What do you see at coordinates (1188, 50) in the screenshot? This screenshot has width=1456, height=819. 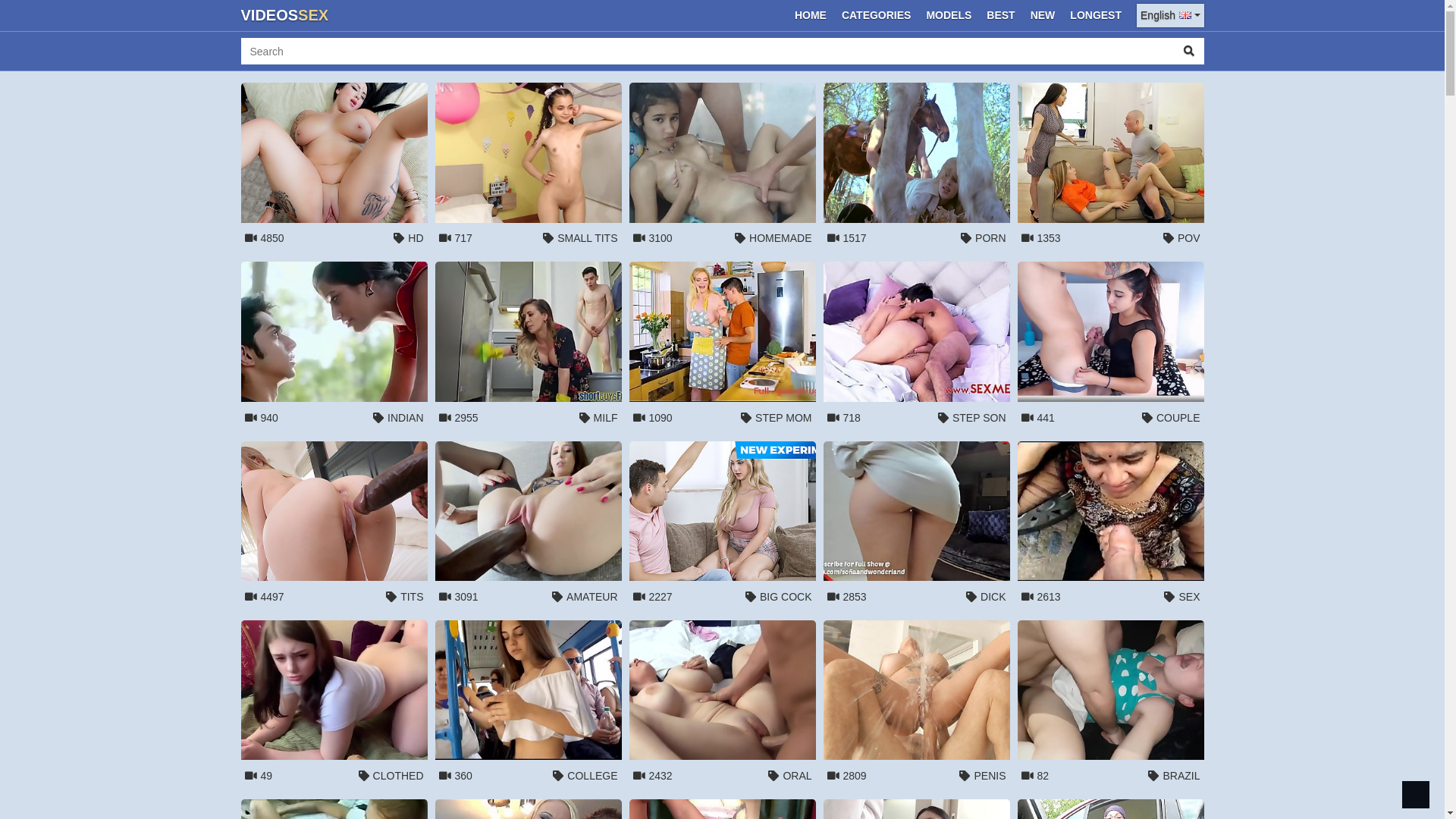 I see `'Search'` at bounding box center [1188, 50].